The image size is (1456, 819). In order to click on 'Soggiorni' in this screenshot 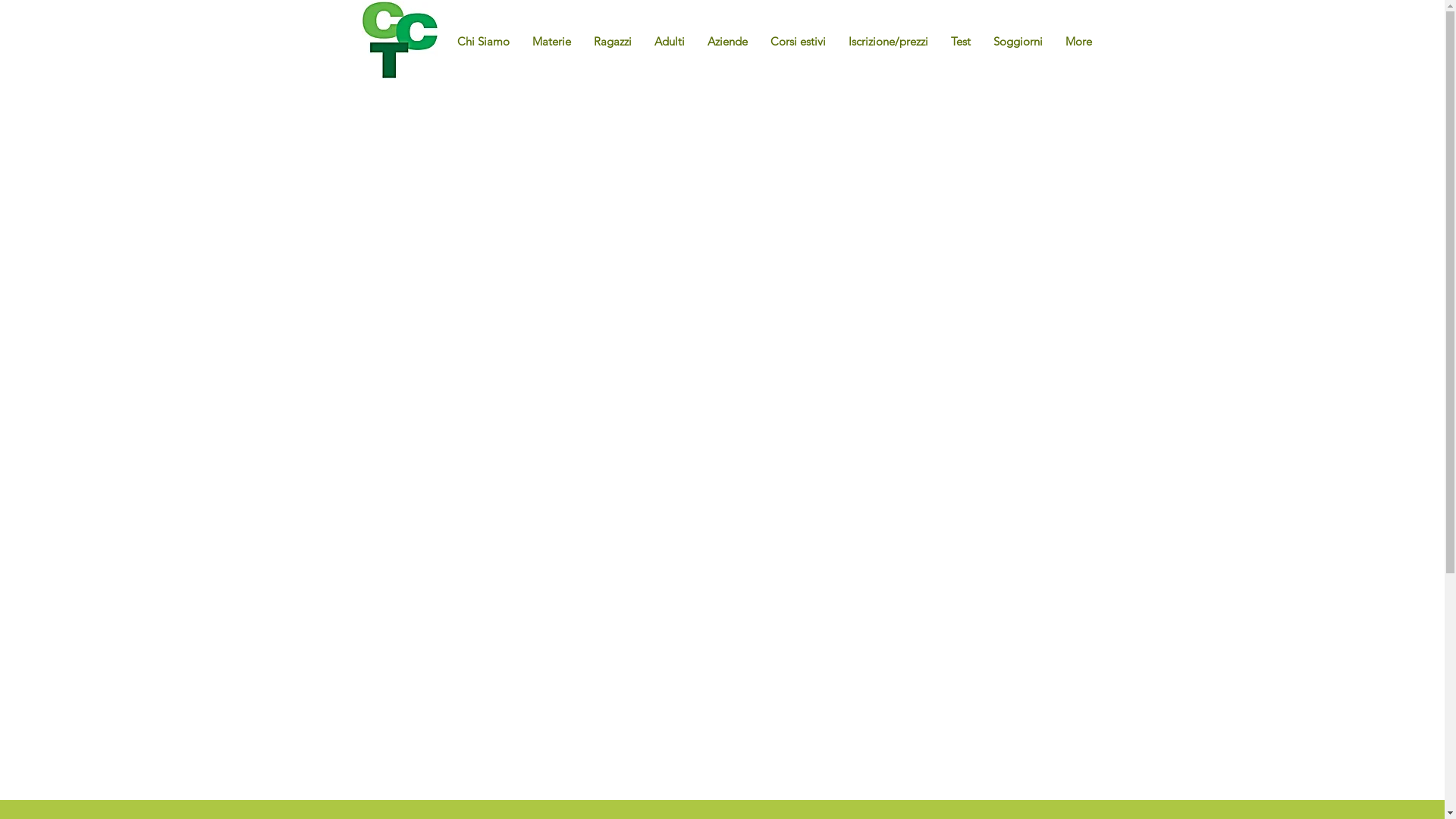, I will do `click(1017, 40)`.